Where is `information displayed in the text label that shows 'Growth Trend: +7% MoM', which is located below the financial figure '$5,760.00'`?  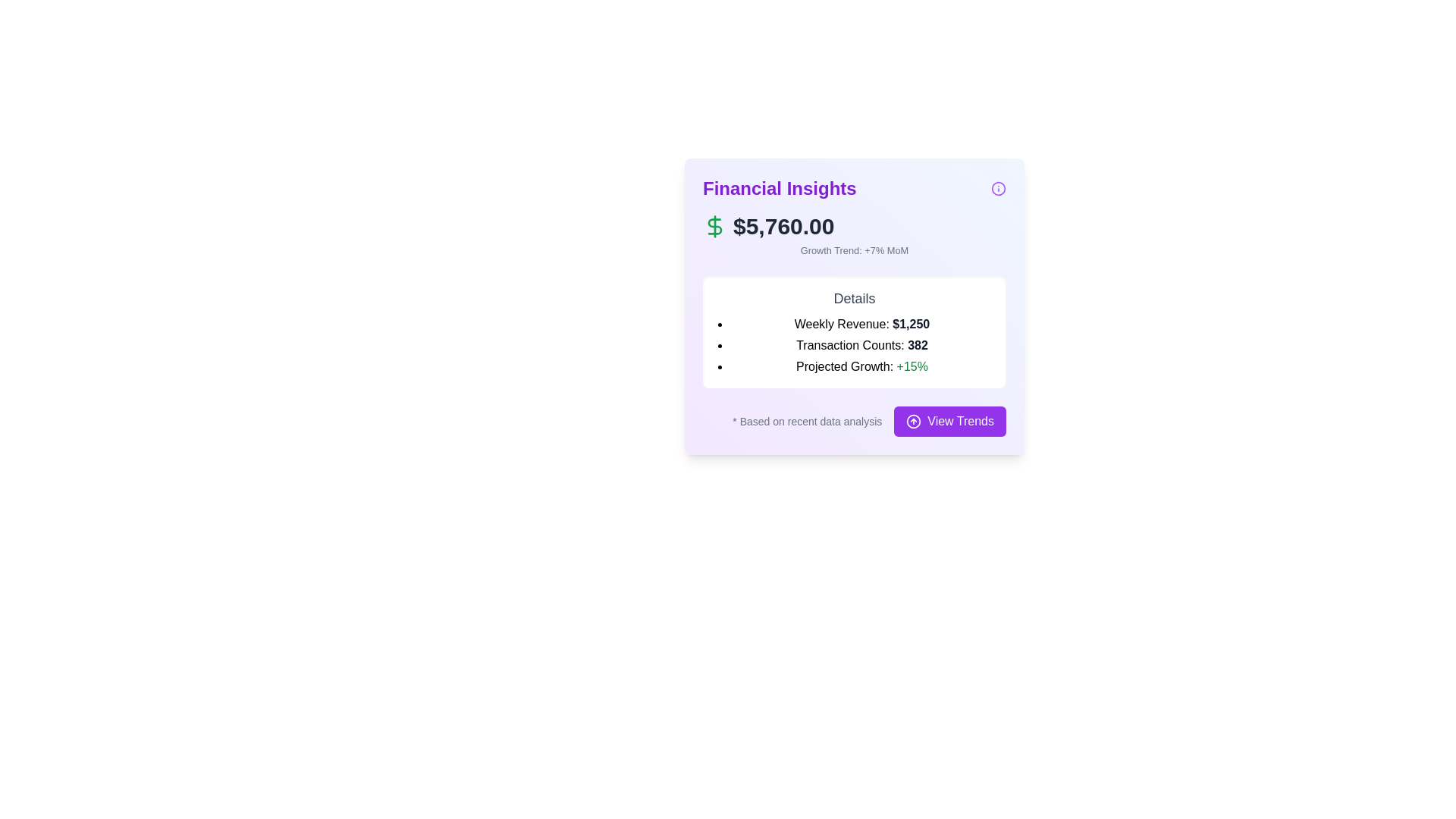 information displayed in the text label that shows 'Growth Trend: +7% MoM', which is located below the financial figure '$5,760.00' is located at coordinates (855, 249).